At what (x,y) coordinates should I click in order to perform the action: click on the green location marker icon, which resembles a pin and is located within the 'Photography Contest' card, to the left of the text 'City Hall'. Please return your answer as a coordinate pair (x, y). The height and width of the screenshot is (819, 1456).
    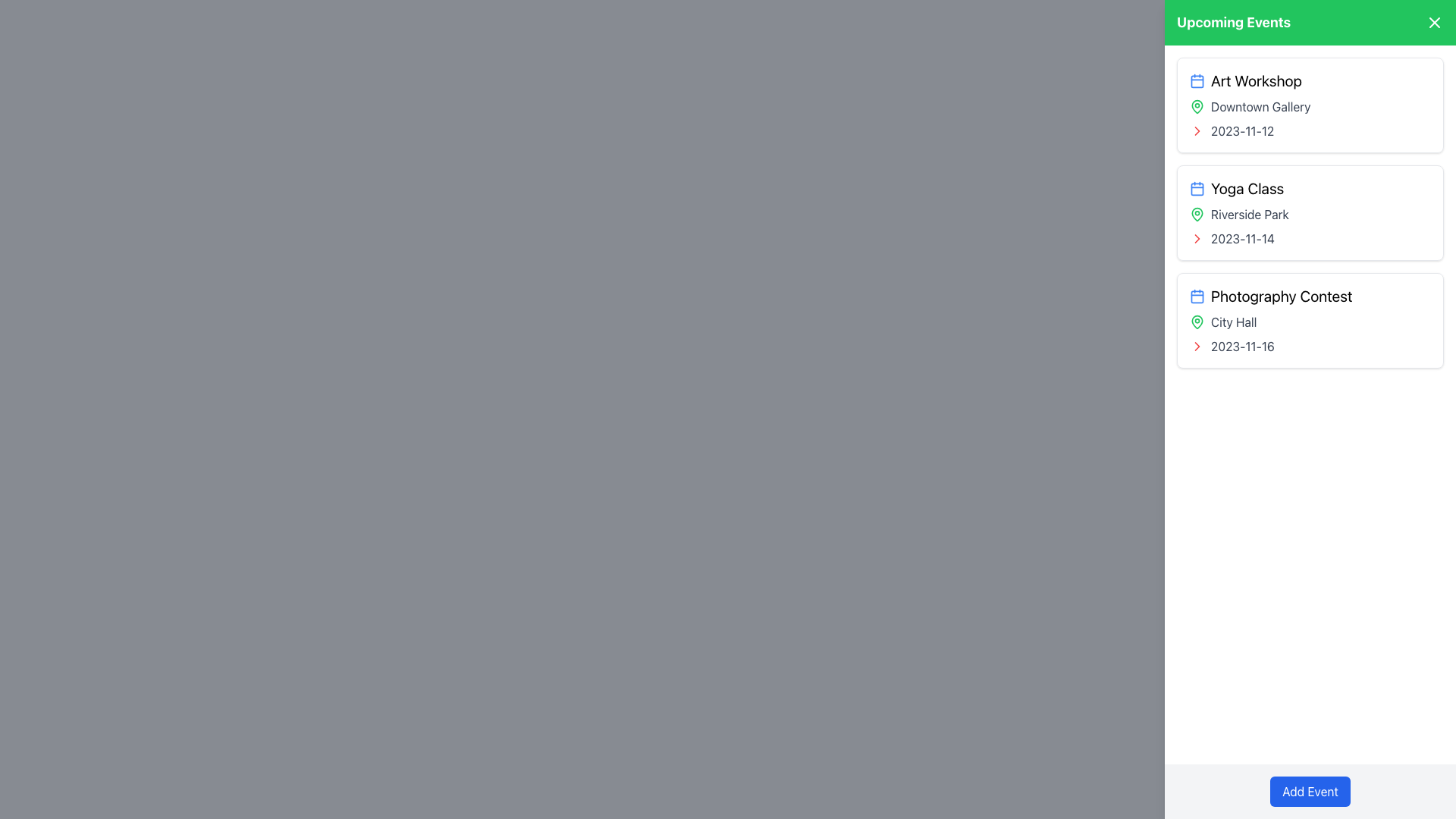
    Looking at the image, I should click on (1197, 321).